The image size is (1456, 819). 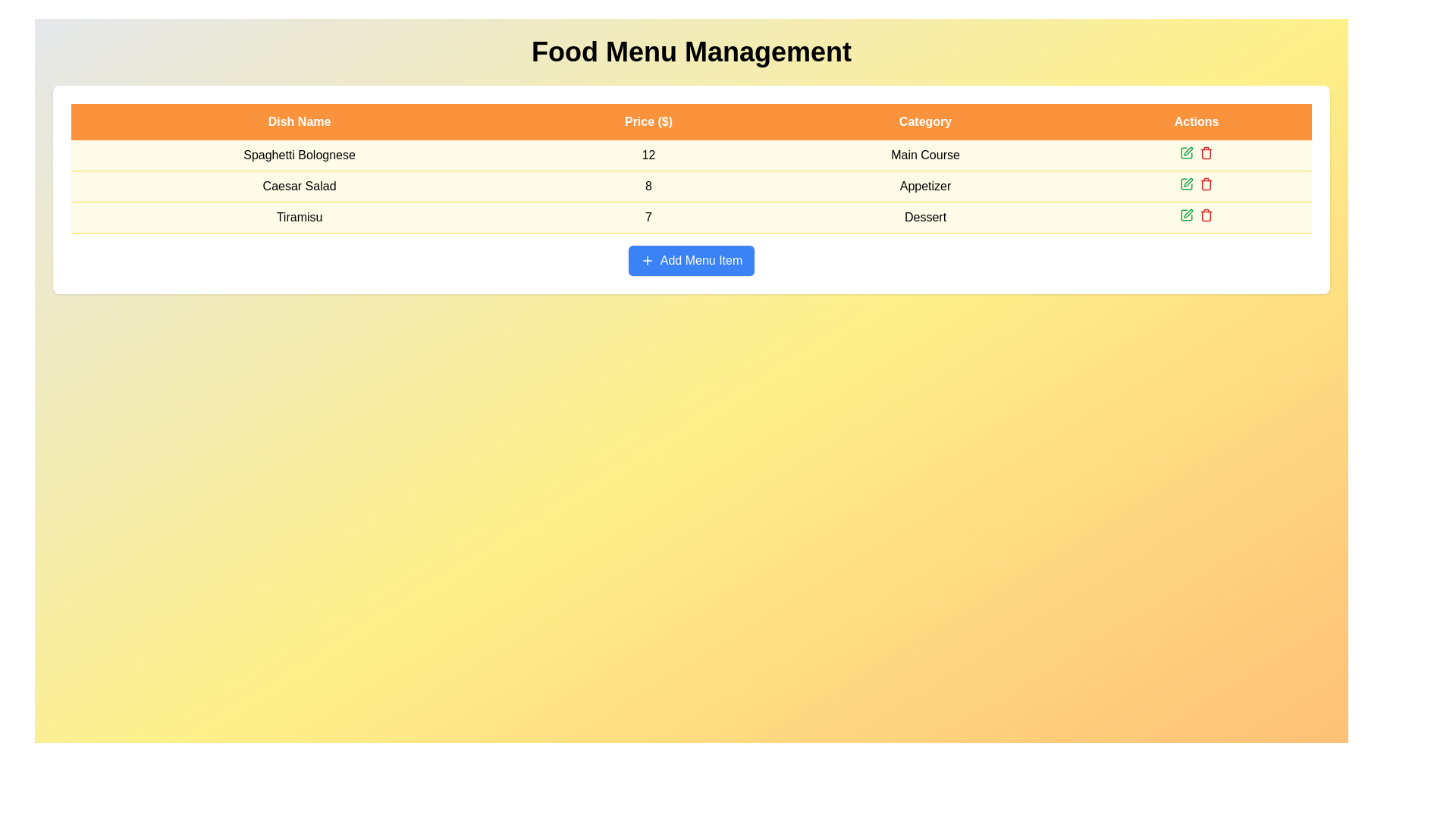 I want to click on the edit button located in the 'Actions' column of the last row, associated with the 'Tiramisu' menu item, so click(x=1188, y=213).